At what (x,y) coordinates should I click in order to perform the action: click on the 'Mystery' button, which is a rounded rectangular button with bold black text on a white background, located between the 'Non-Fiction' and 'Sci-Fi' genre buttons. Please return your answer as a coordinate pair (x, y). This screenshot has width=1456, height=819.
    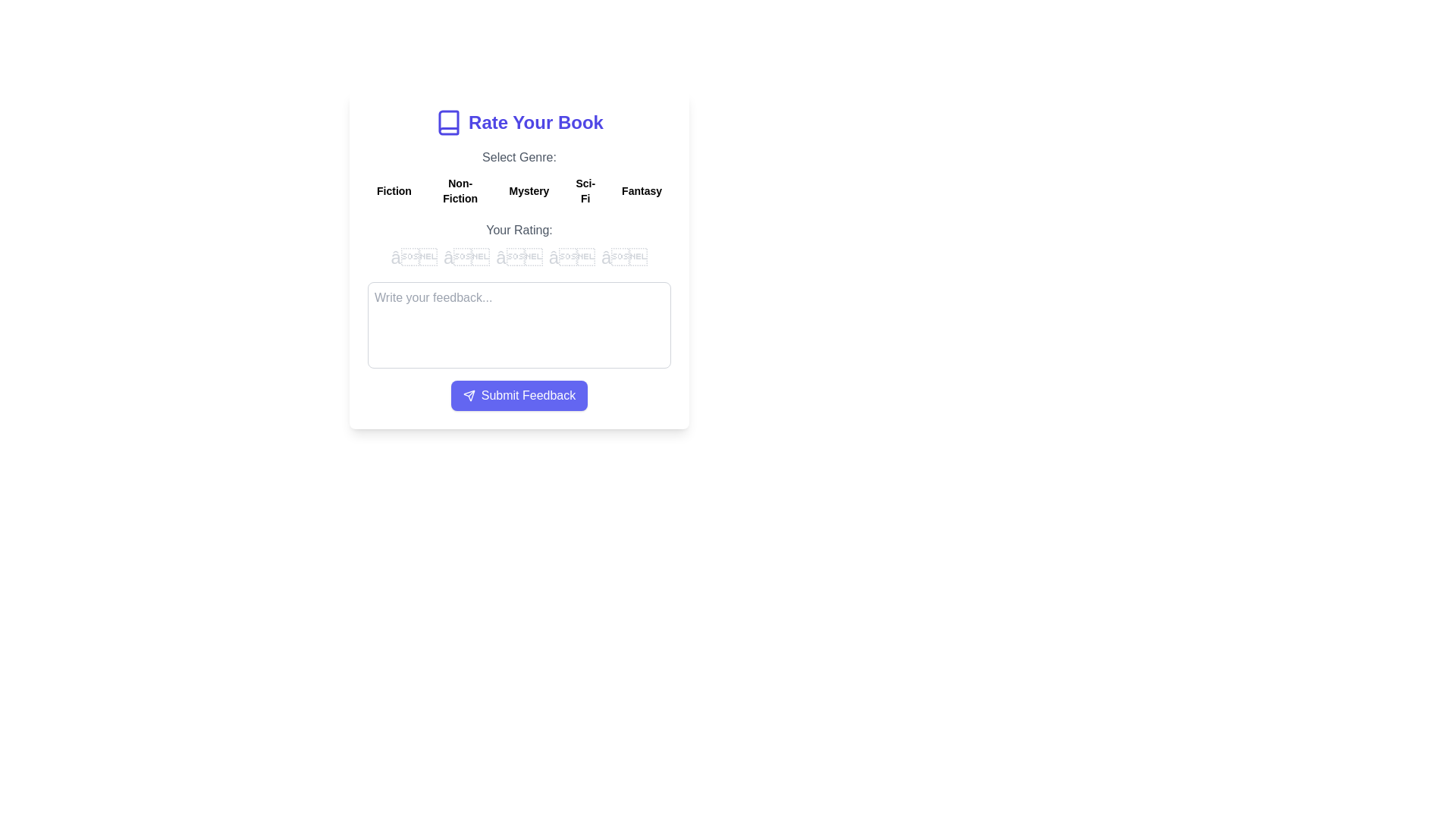
    Looking at the image, I should click on (529, 190).